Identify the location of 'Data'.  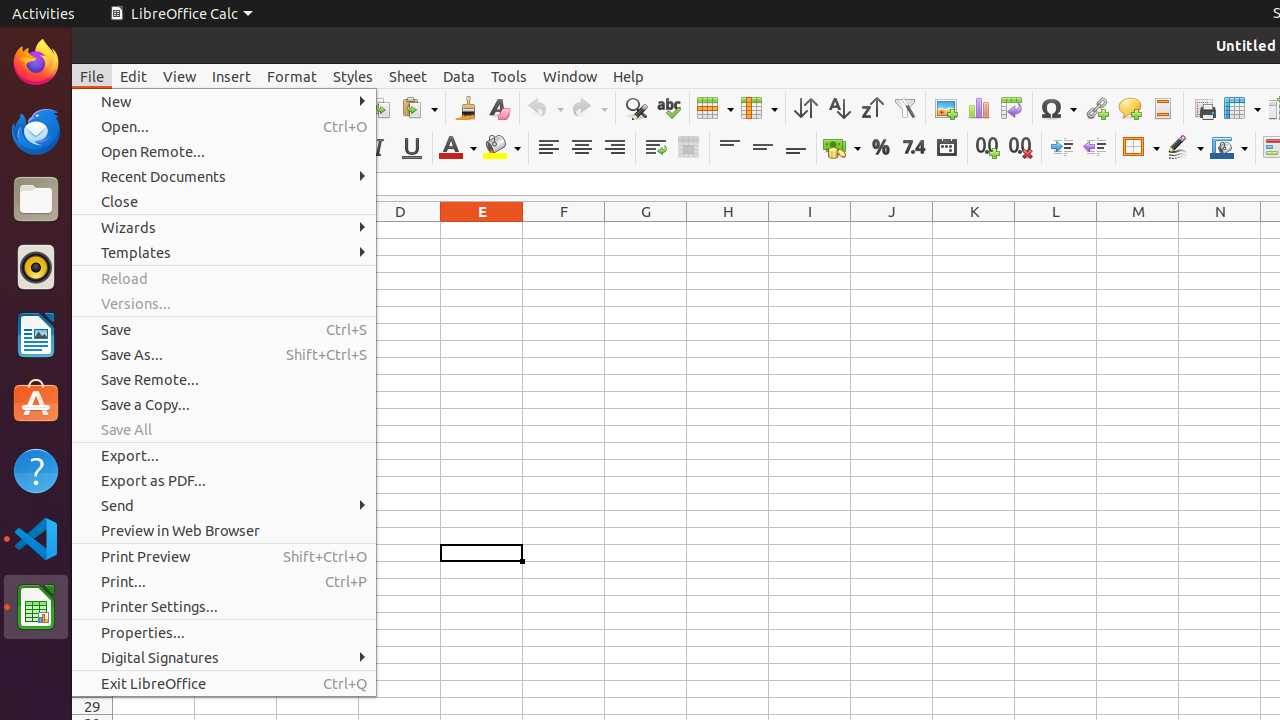
(458, 75).